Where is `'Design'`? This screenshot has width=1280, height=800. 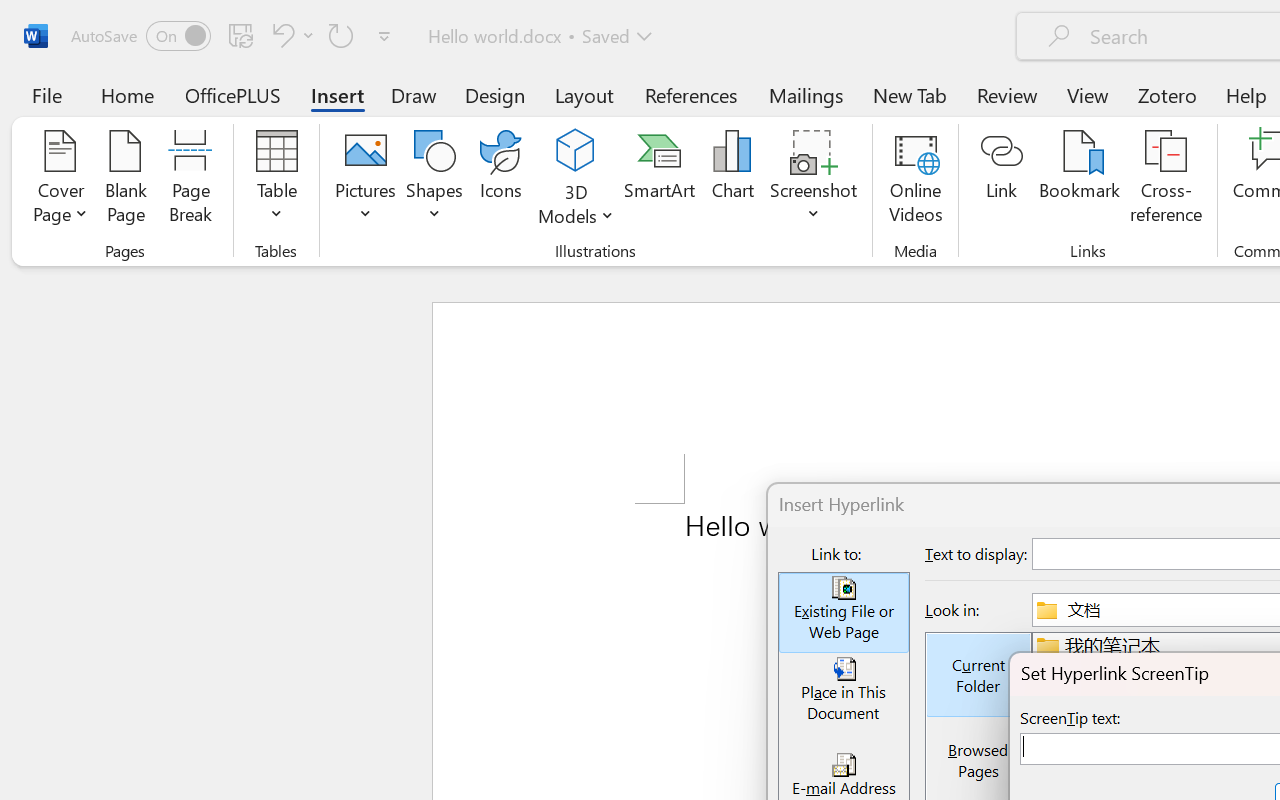 'Design' is located at coordinates (495, 94).